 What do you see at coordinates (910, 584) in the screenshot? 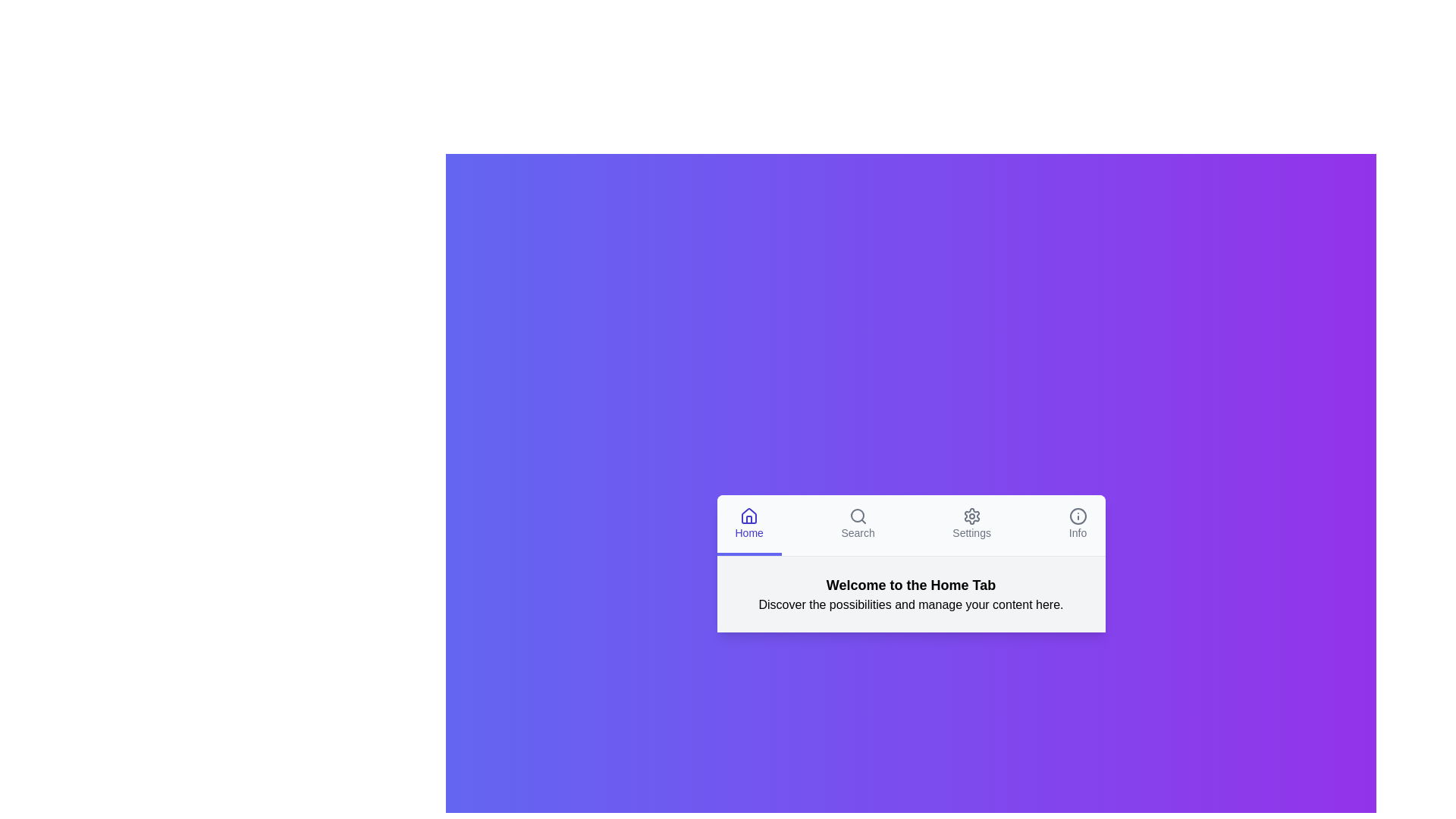
I see `the 'Welcome to the Home Tab' text label, which is prominently displayed in a bold and larger font size, centered in a white box above the descriptive text` at bounding box center [910, 584].